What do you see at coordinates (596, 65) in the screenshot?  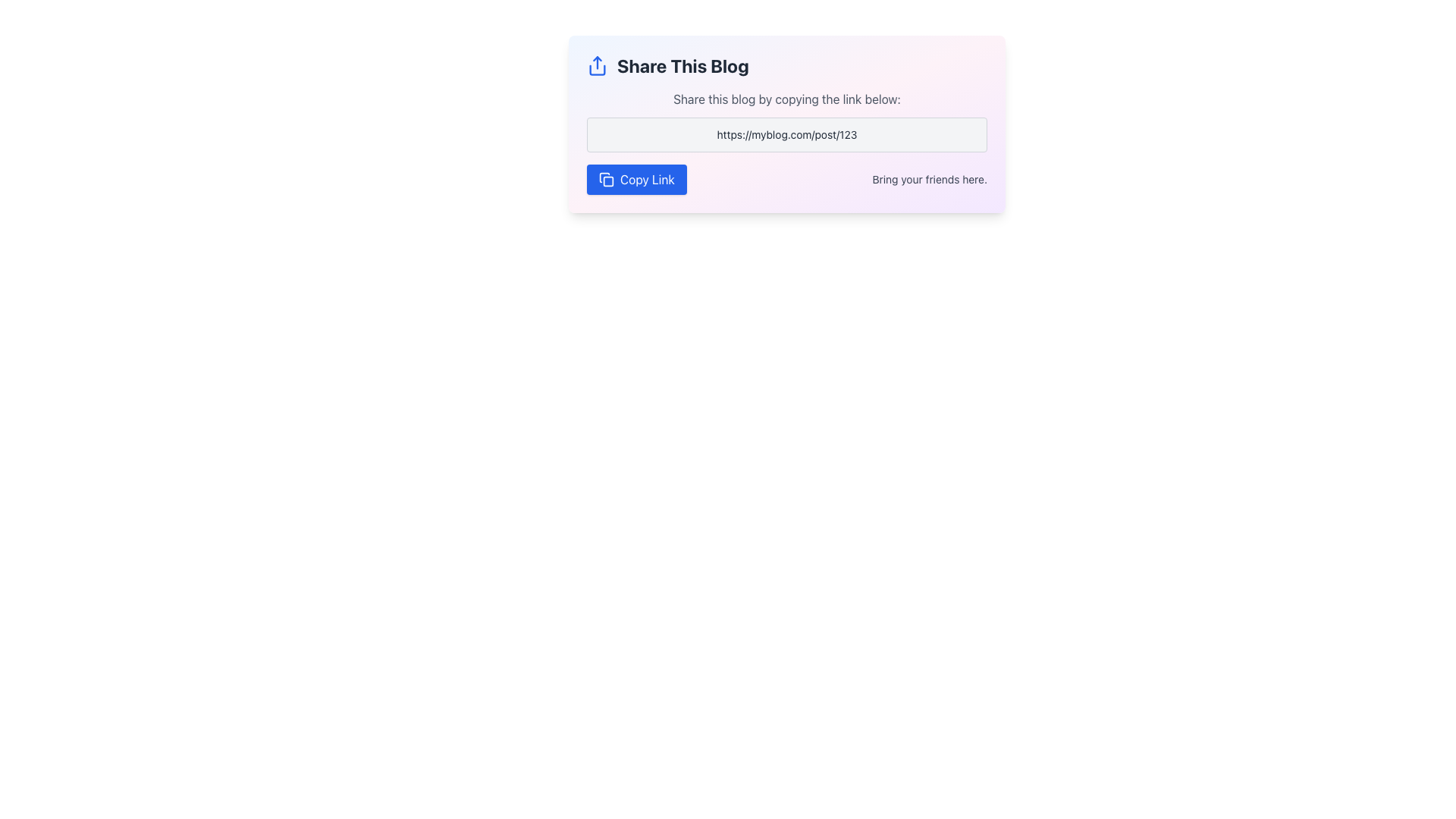 I see `the blue share icon located at the leftmost side of the header area, which resembles a share symbol and is positioned before the 'Share This Blog' text` at bounding box center [596, 65].